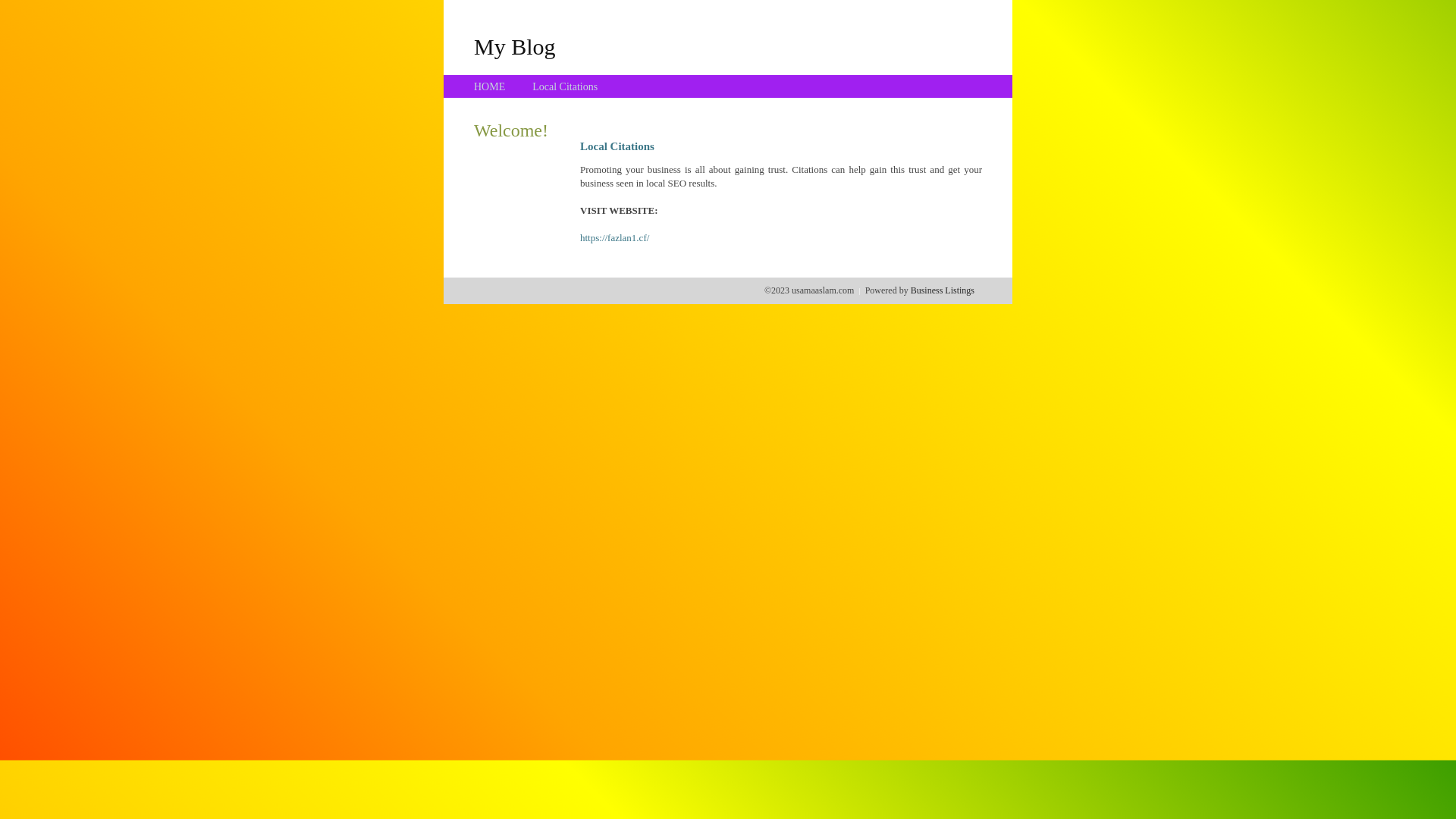 Image resolution: width=1456 pixels, height=819 pixels. What do you see at coordinates (514, 45) in the screenshot?
I see `'My Blog'` at bounding box center [514, 45].